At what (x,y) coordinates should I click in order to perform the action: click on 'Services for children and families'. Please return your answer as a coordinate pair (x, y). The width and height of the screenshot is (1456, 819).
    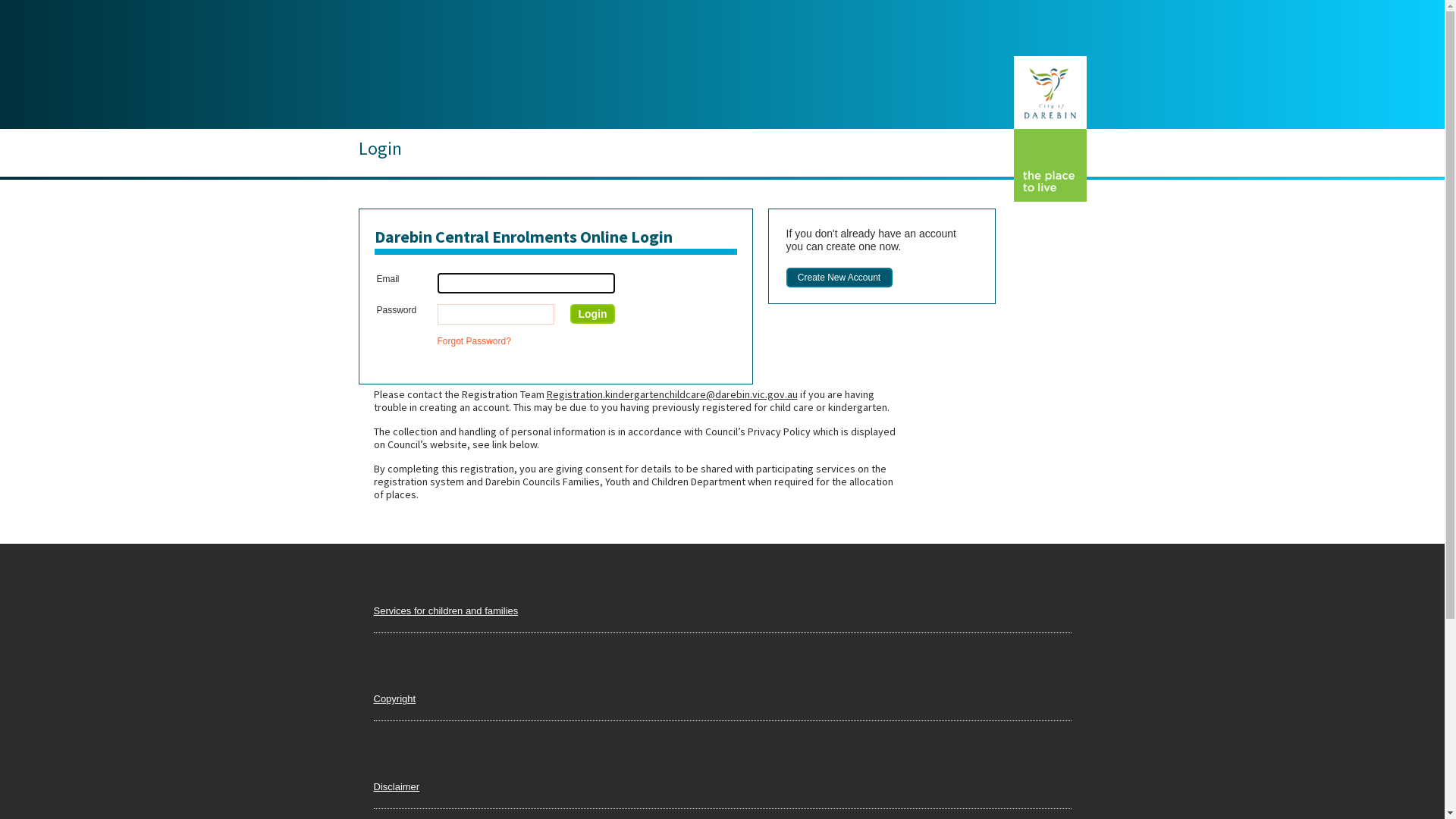
    Looking at the image, I should click on (444, 610).